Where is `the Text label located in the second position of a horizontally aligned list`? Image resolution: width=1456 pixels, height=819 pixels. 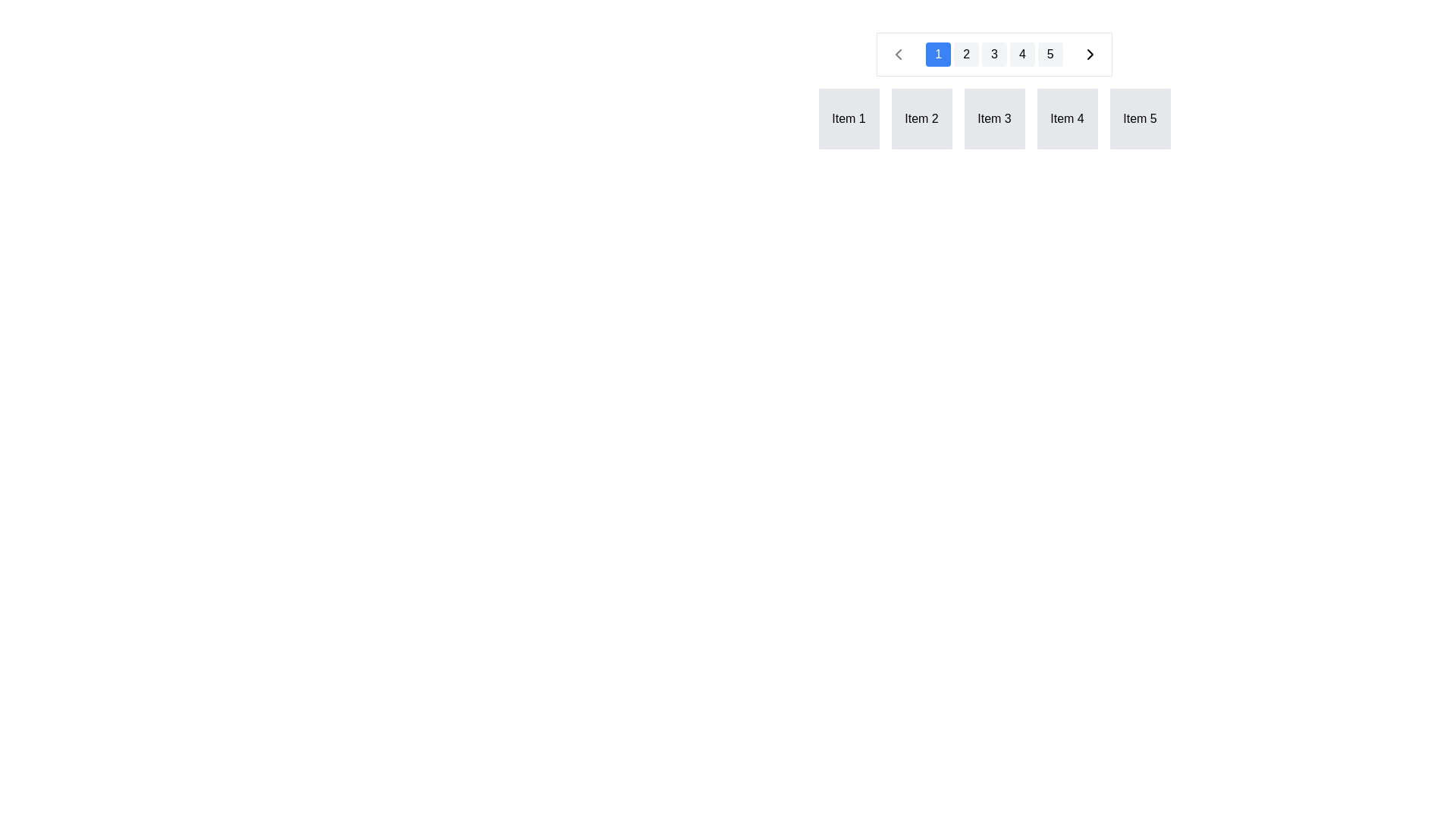 the Text label located in the second position of a horizontally aligned list is located at coordinates (921, 118).